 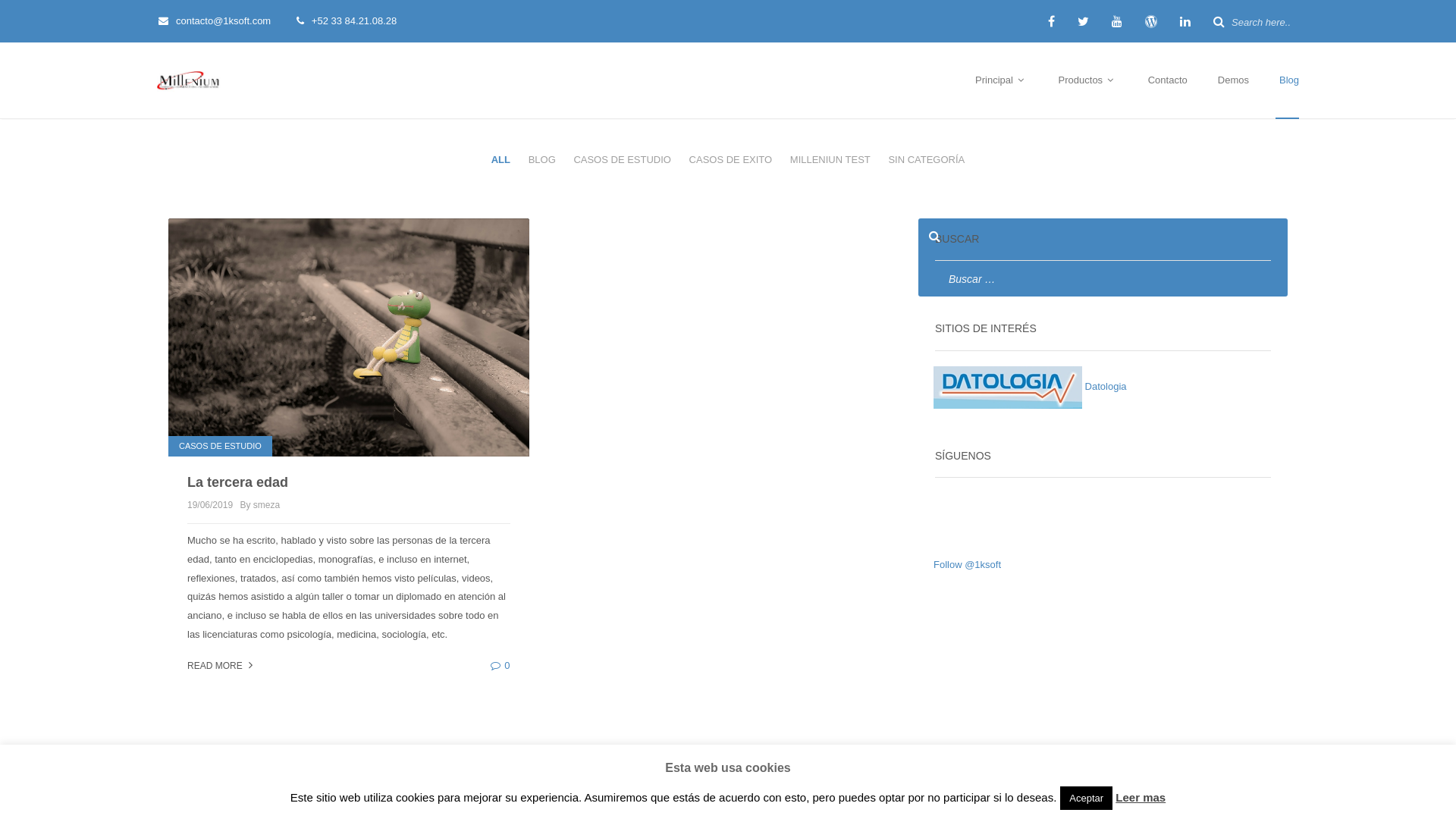 What do you see at coordinates (829, 160) in the screenshot?
I see `'MILLENIUN TEST'` at bounding box center [829, 160].